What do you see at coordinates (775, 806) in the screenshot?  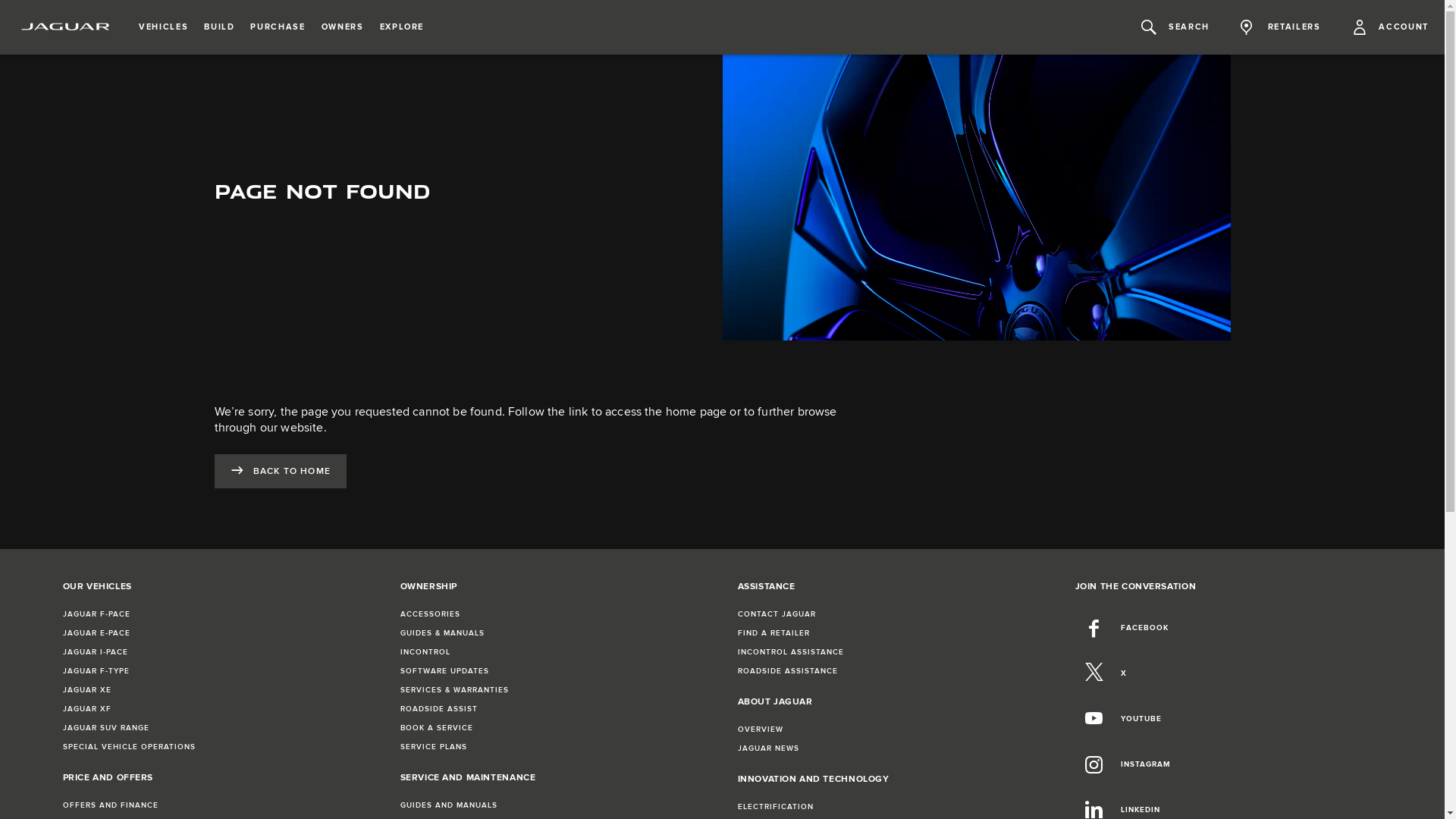 I see `'ELECTRIFICATION'` at bounding box center [775, 806].